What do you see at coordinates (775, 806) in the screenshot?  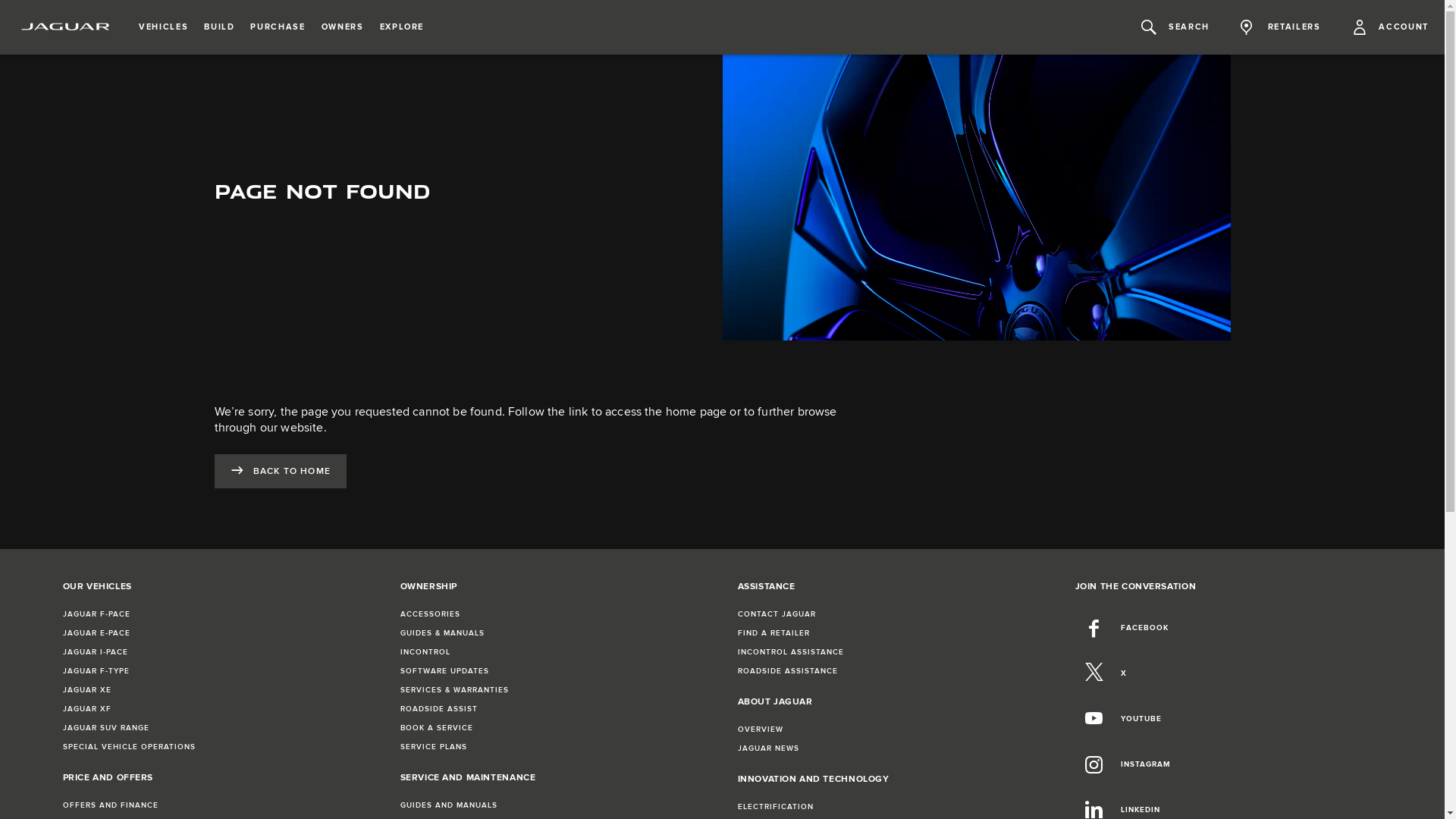 I see `'ELECTRIFICATION'` at bounding box center [775, 806].